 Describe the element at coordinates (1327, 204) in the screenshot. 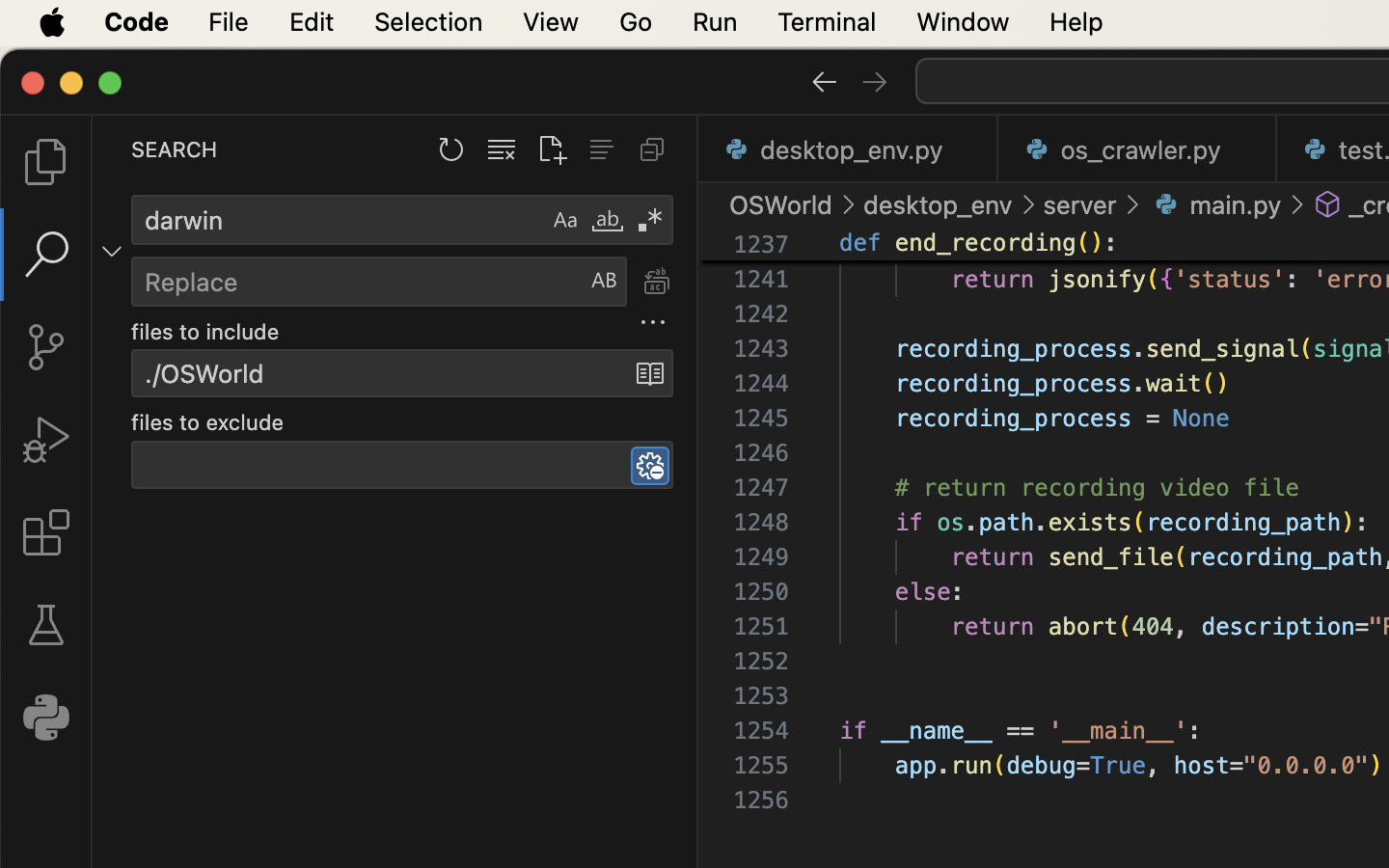

I see `''` at that location.